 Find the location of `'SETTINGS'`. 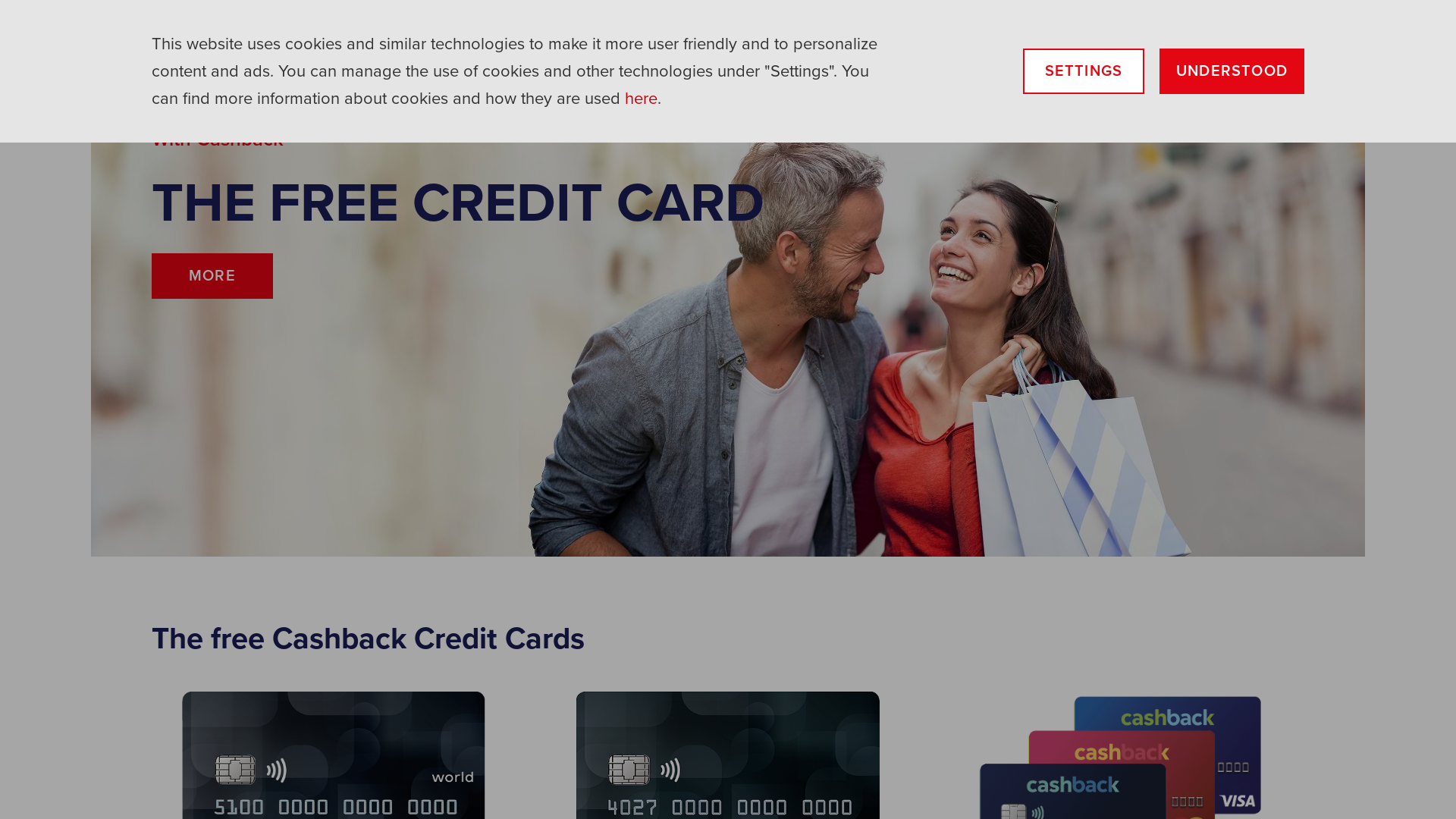

'SETTINGS' is located at coordinates (1083, 71).